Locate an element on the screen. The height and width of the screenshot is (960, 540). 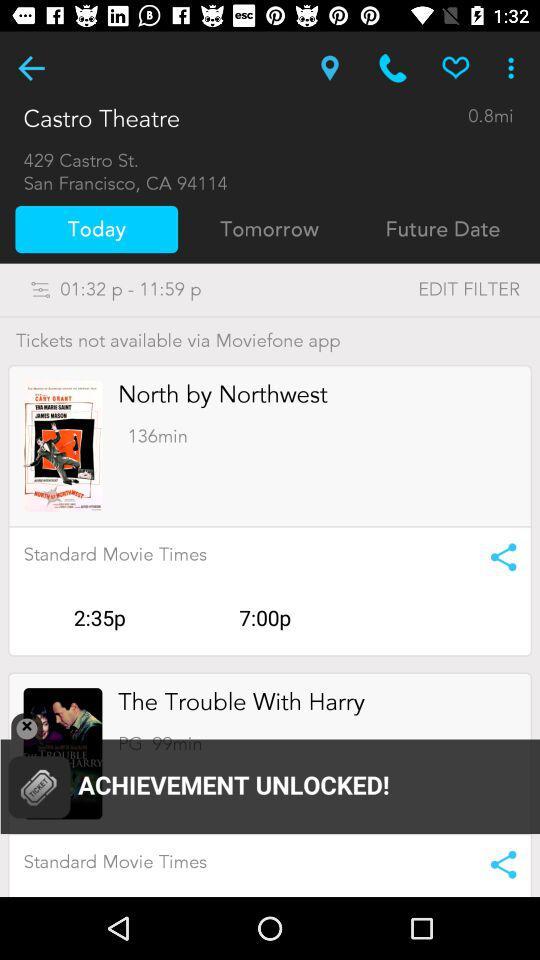
share button is located at coordinates (496, 863).